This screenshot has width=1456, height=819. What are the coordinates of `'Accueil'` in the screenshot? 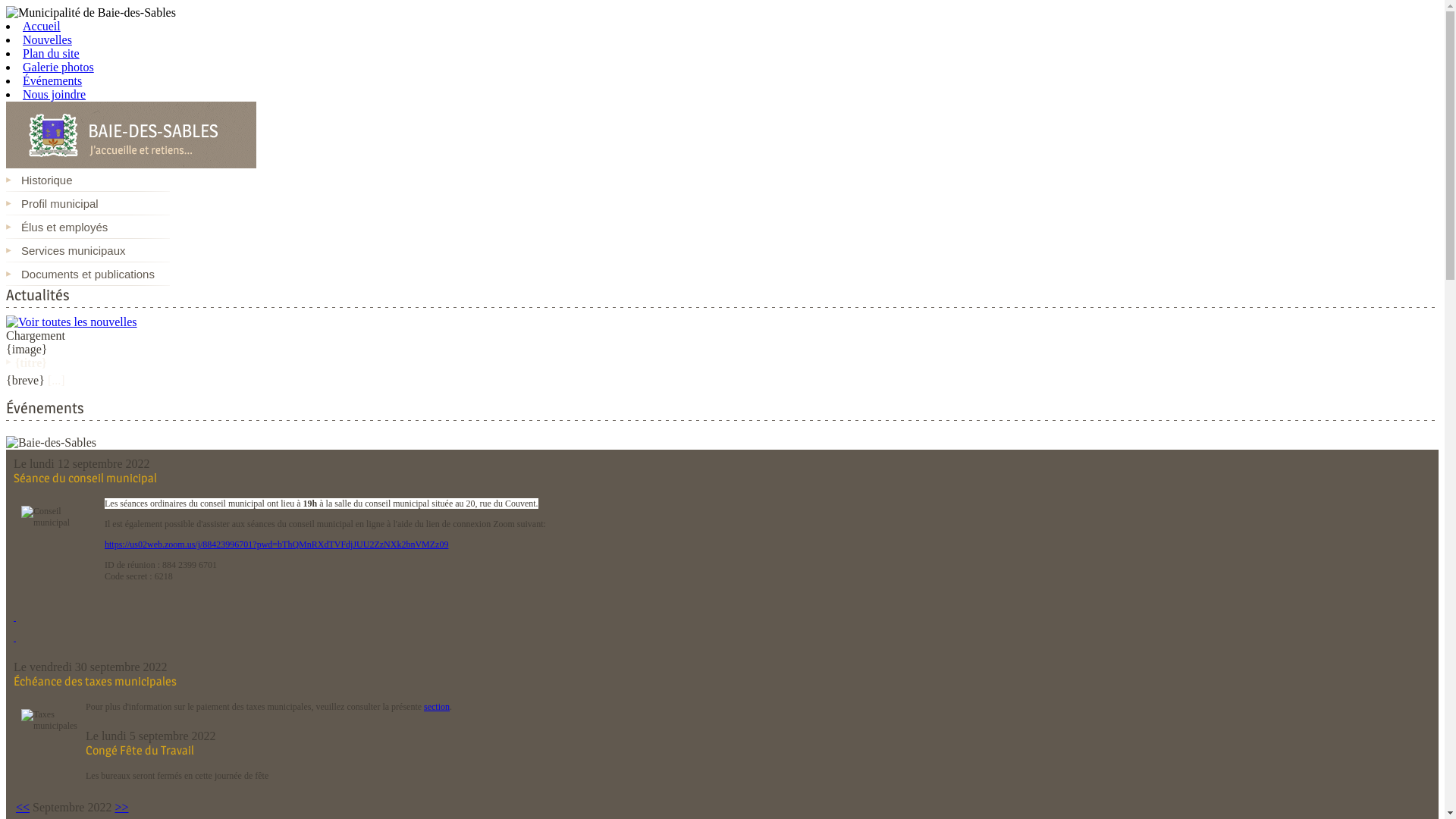 It's located at (41, 26).